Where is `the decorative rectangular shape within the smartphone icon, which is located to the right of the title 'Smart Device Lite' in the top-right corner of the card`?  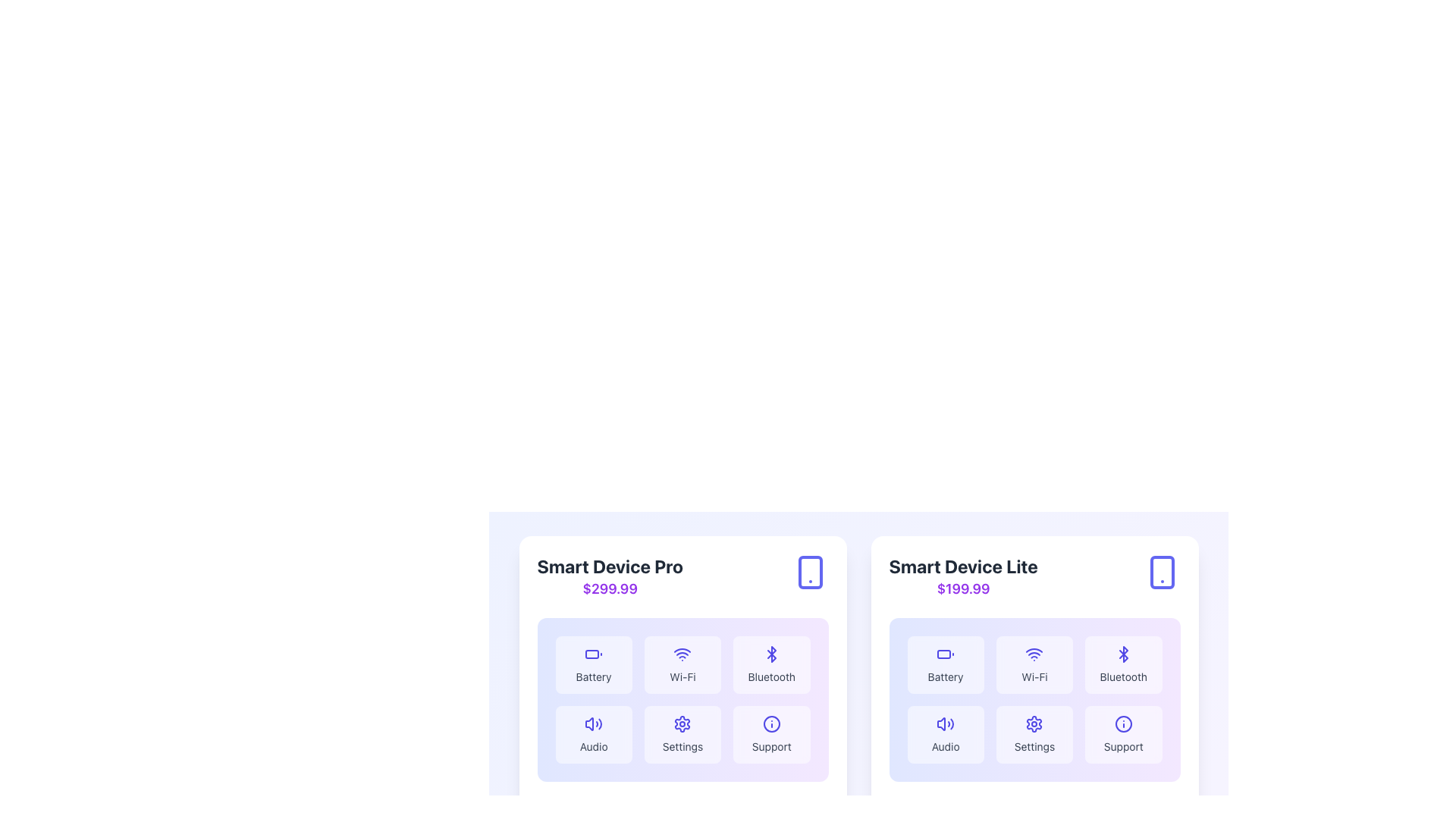
the decorative rectangular shape within the smartphone icon, which is located to the right of the title 'Smart Device Lite' in the top-right corner of the card is located at coordinates (809, 573).